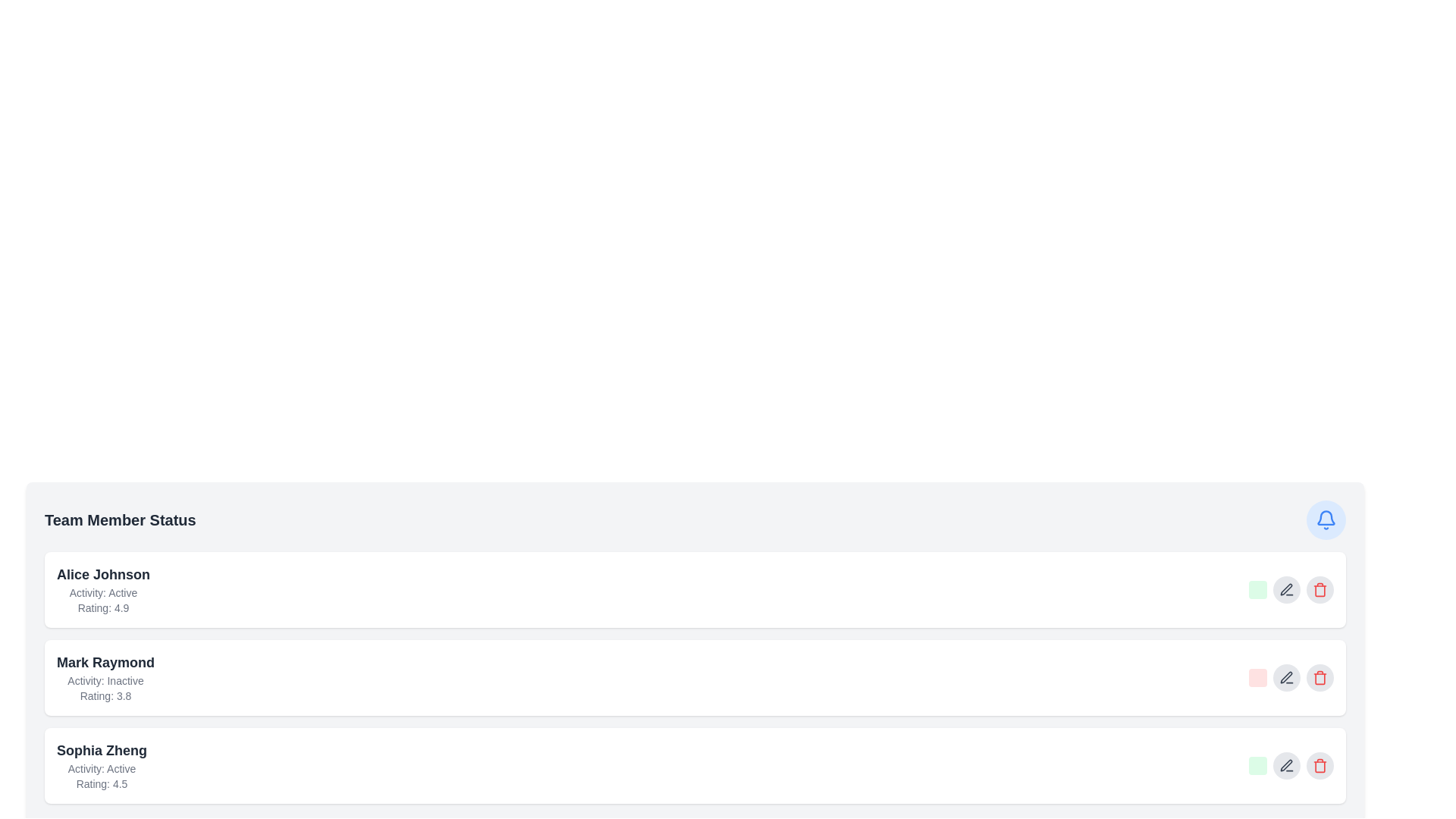  Describe the element at coordinates (105, 677) in the screenshot. I see `the informational card representing a team member's status and rating, which is positioned in the second visible row of the 'Team Member Status' list, below 'Alice Johnson' and above 'Sophia Zheng'` at that location.